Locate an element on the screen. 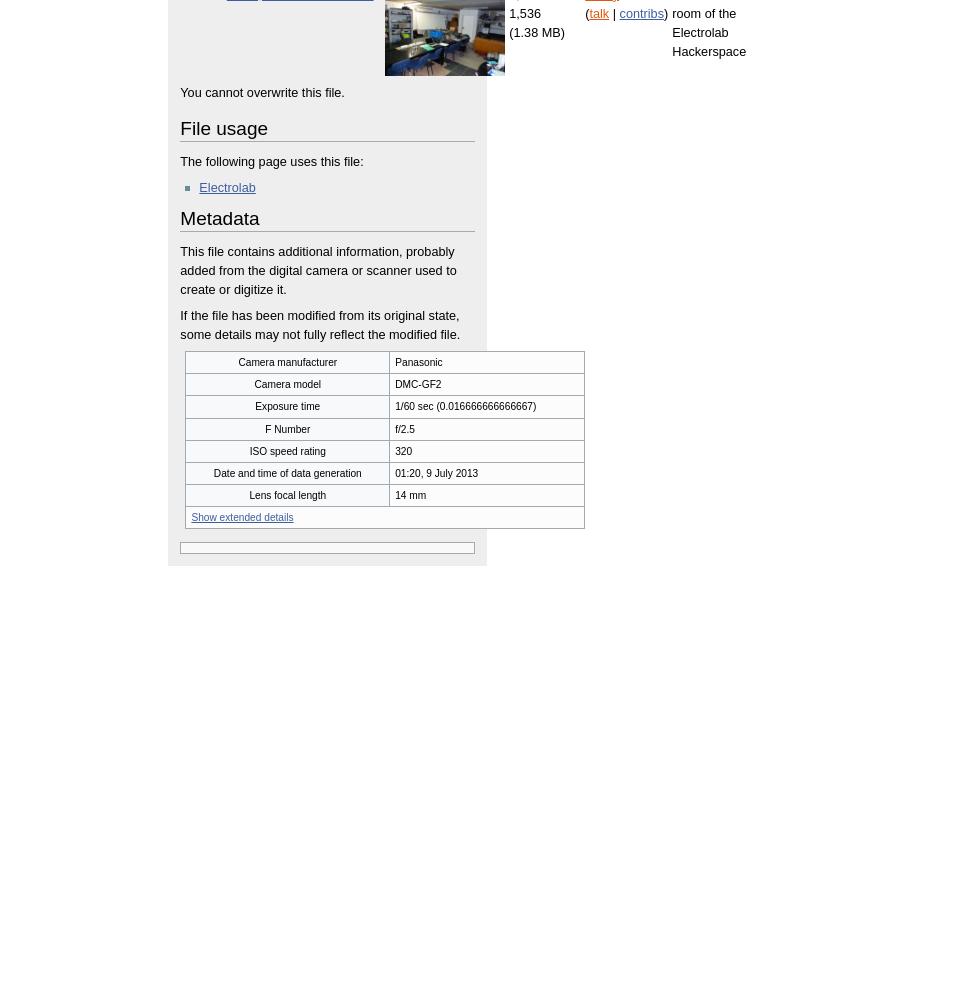 The width and height of the screenshot is (980, 1000). 'ISO speed rating' is located at coordinates (249, 449).